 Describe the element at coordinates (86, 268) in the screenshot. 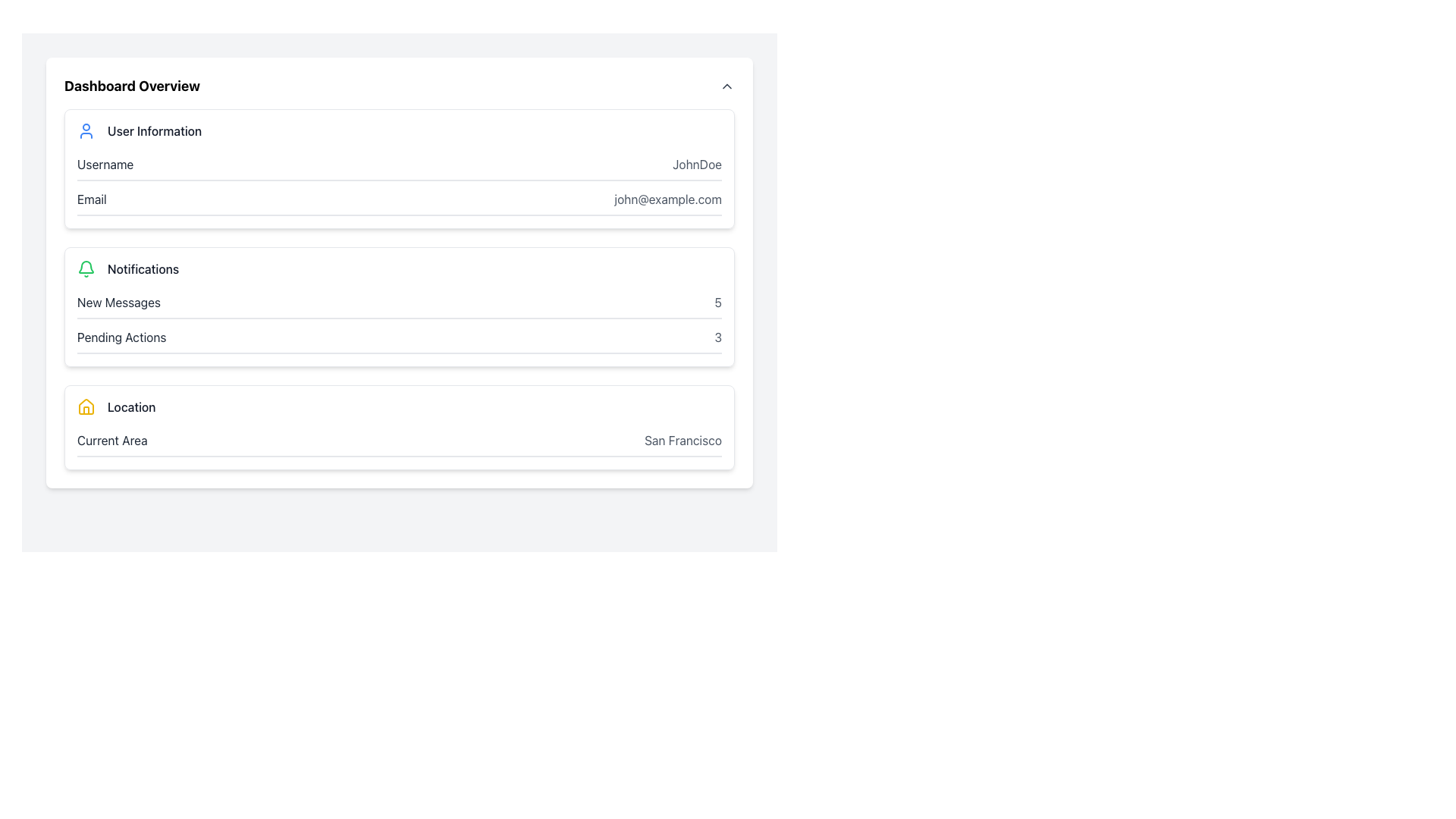

I see `the bell-shaped notification icon outlined with a green stroke located in the 'Notifications' section of the dashboard` at that location.